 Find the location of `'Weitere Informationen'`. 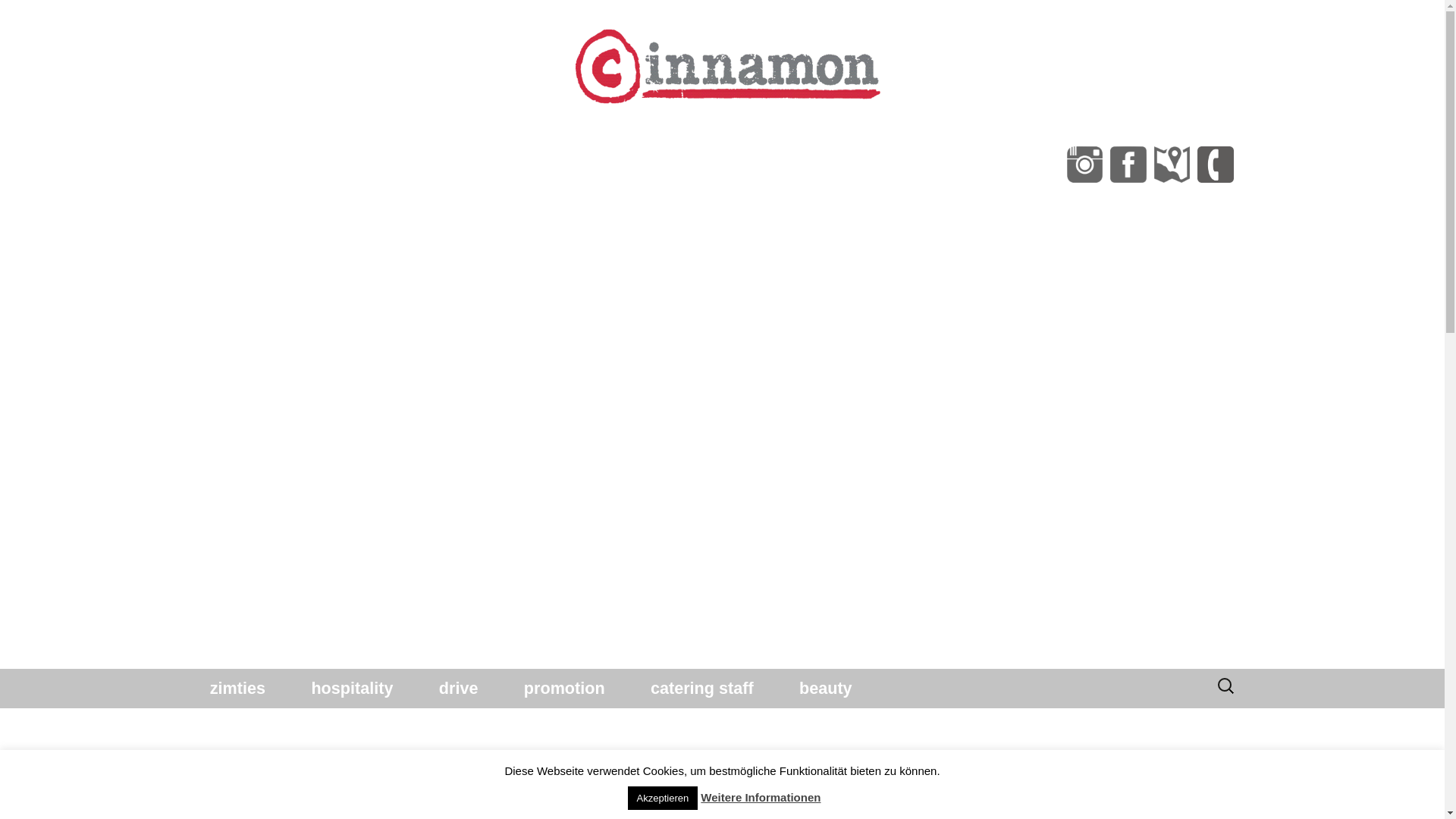

'Weitere Informationen' is located at coordinates (700, 797).